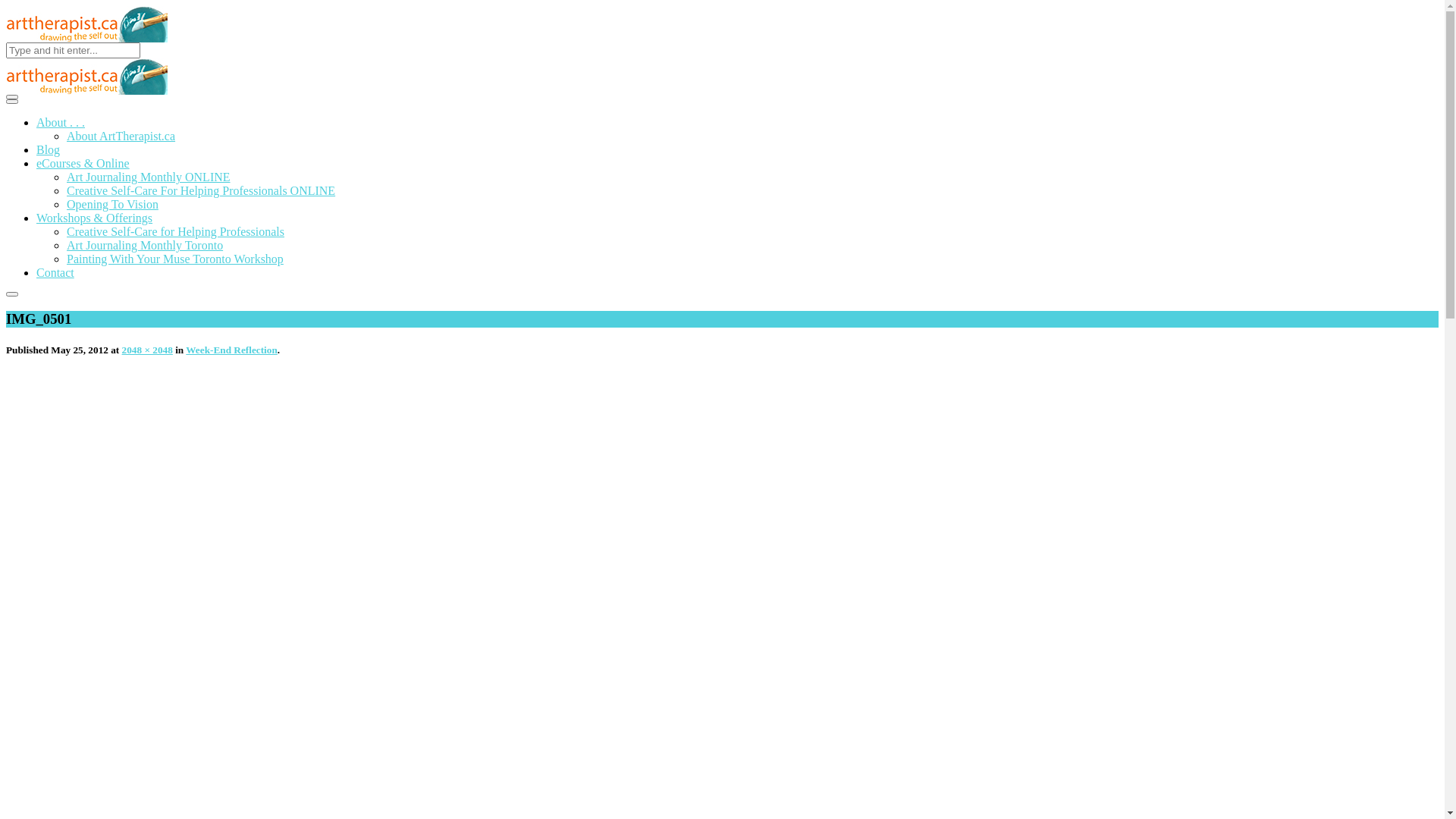  I want to click on 'ArtTherapist.ca', so click(86, 24).